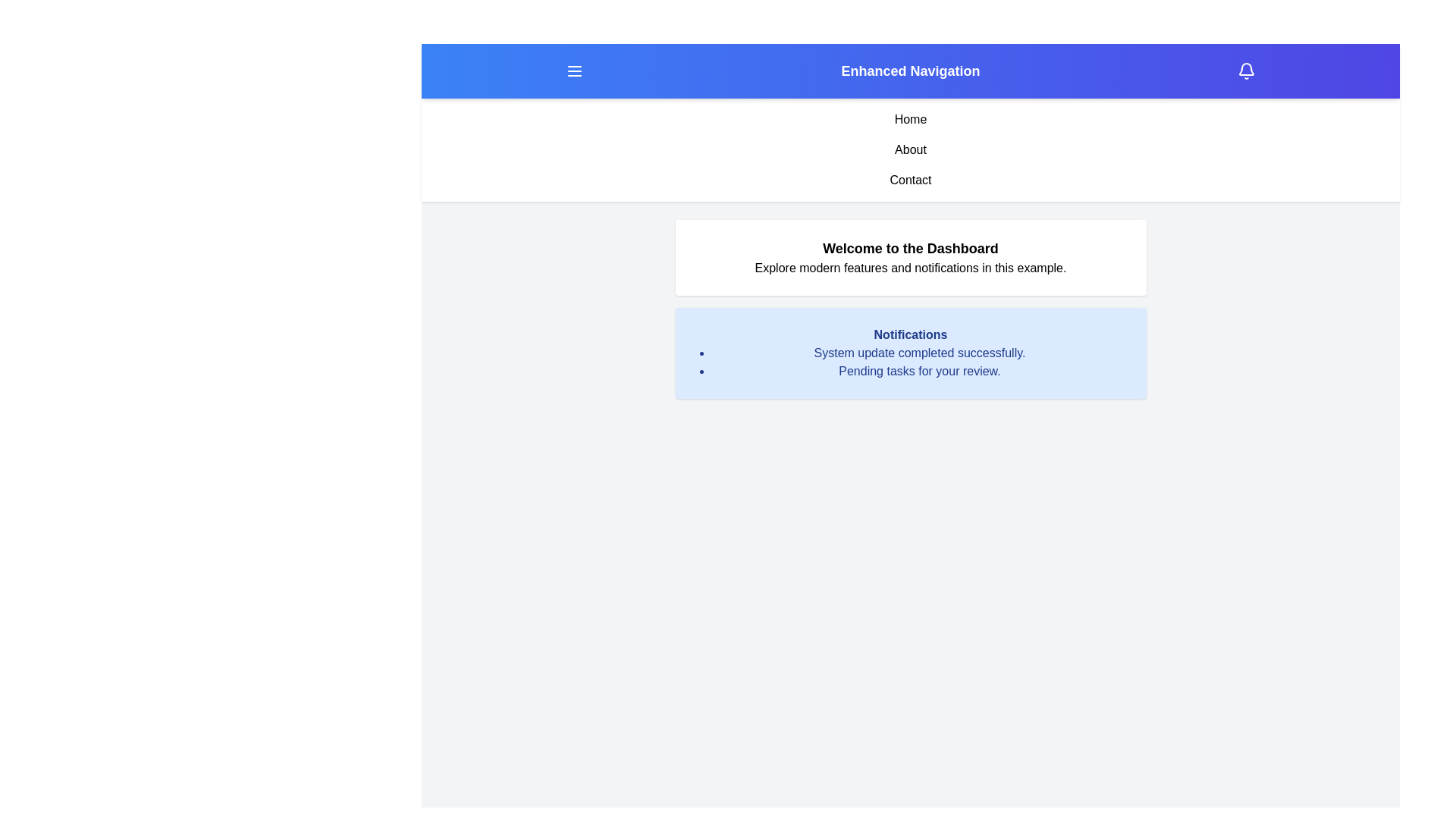 Image resolution: width=1456 pixels, height=819 pixels. Describe the element at coordinates (1246, 71) in the screenshot. I see `the bell icon to toggle the visibility of the notifications` at that location.